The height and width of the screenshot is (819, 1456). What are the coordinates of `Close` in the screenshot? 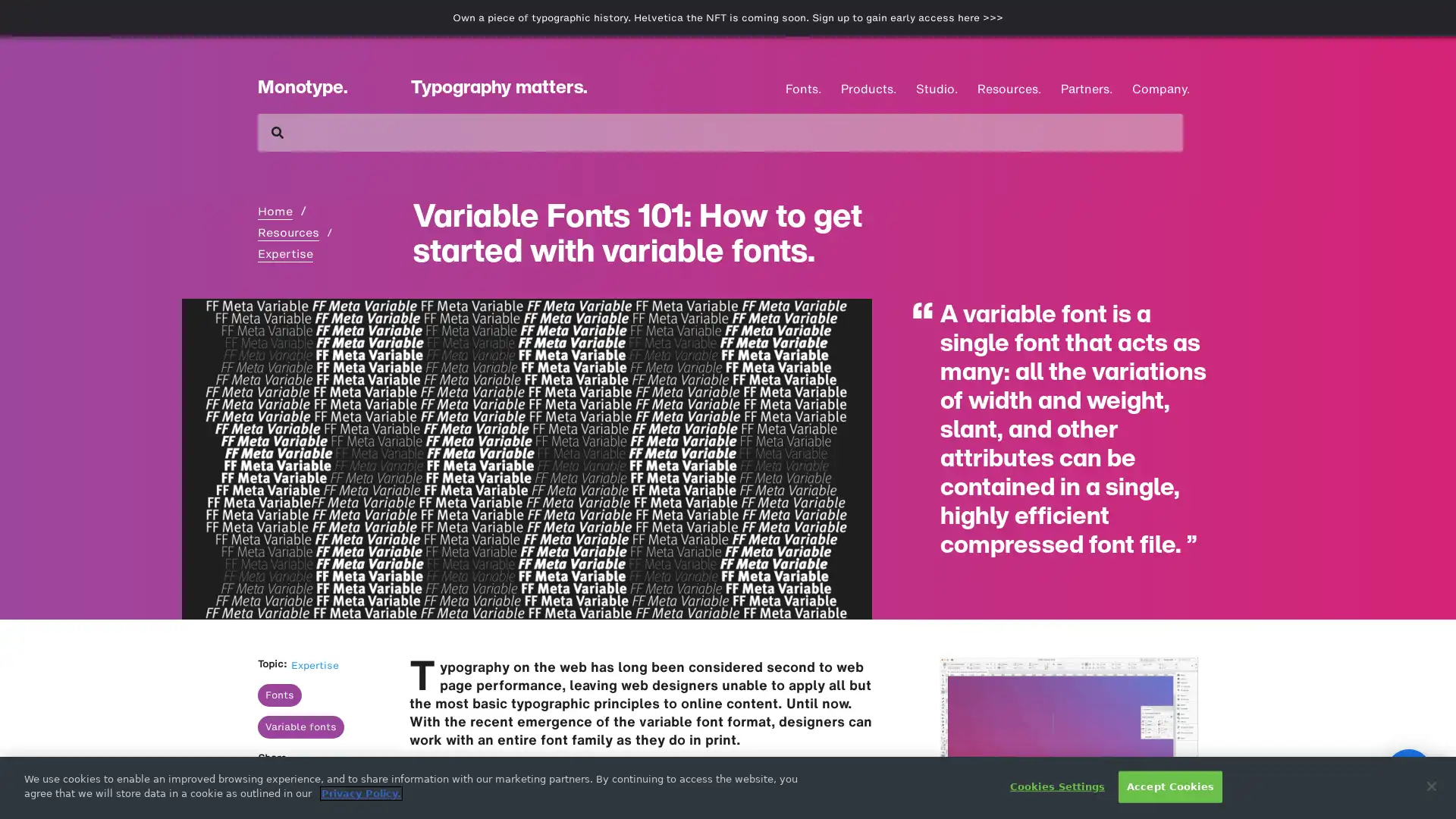 It's located at (1430, 785).